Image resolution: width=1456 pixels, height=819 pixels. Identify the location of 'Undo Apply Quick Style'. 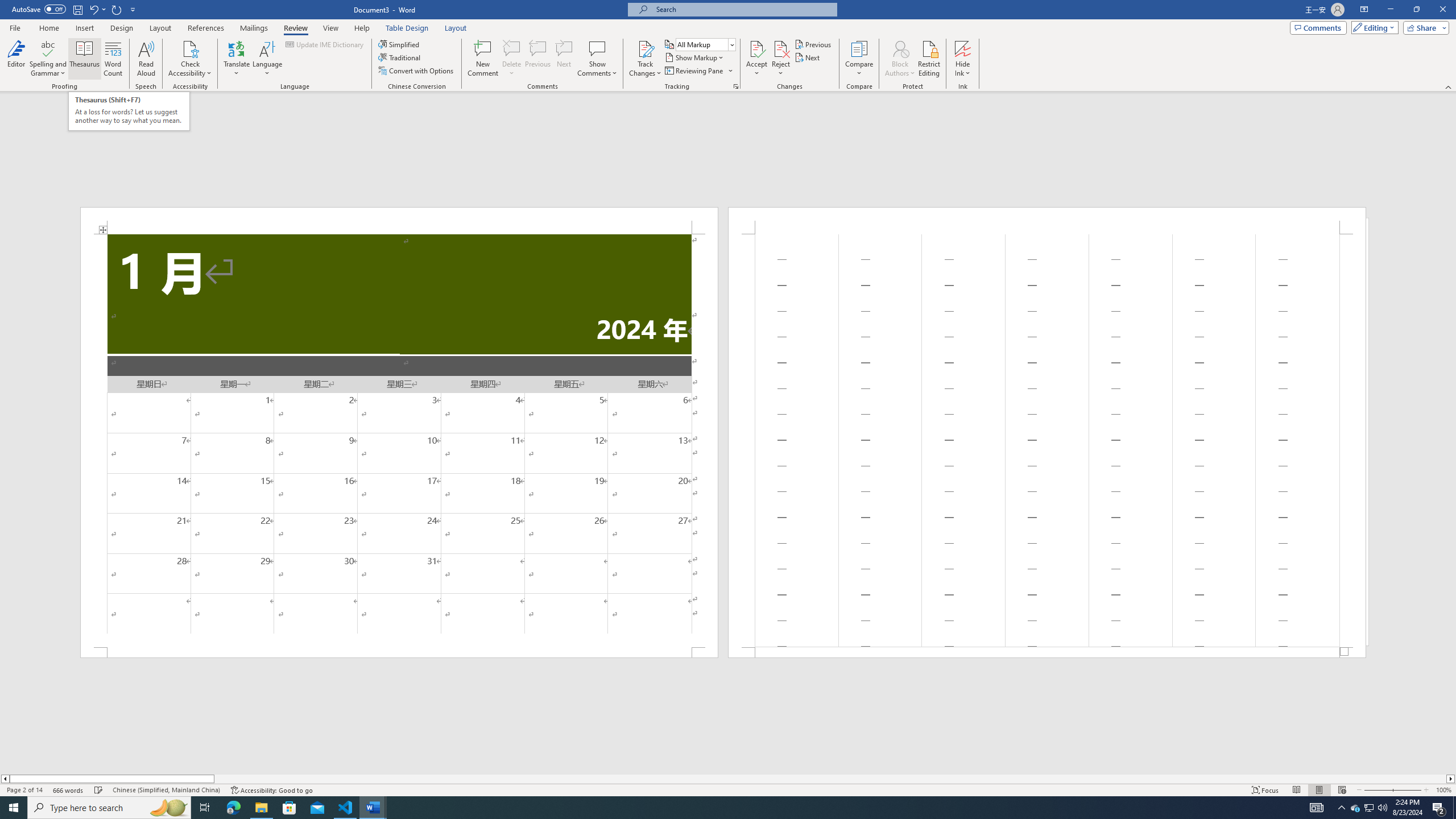
(93, 9).